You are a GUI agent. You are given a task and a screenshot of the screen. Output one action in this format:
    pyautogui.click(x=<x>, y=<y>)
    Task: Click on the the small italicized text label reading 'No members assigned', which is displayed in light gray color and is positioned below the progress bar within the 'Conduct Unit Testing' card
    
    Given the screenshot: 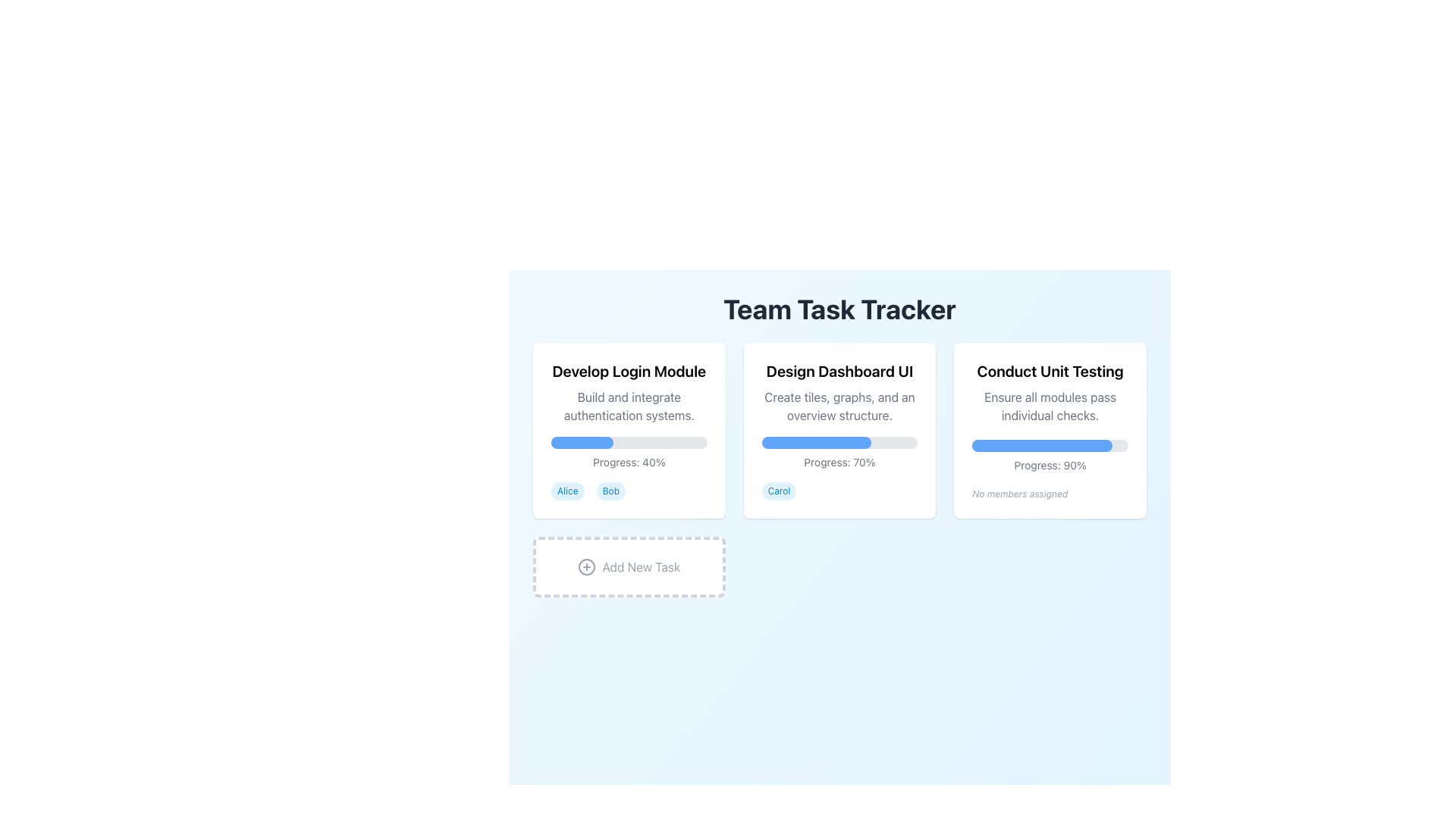 What is the action you would take?
    pyautogui.click(x=1020, y=494)
    